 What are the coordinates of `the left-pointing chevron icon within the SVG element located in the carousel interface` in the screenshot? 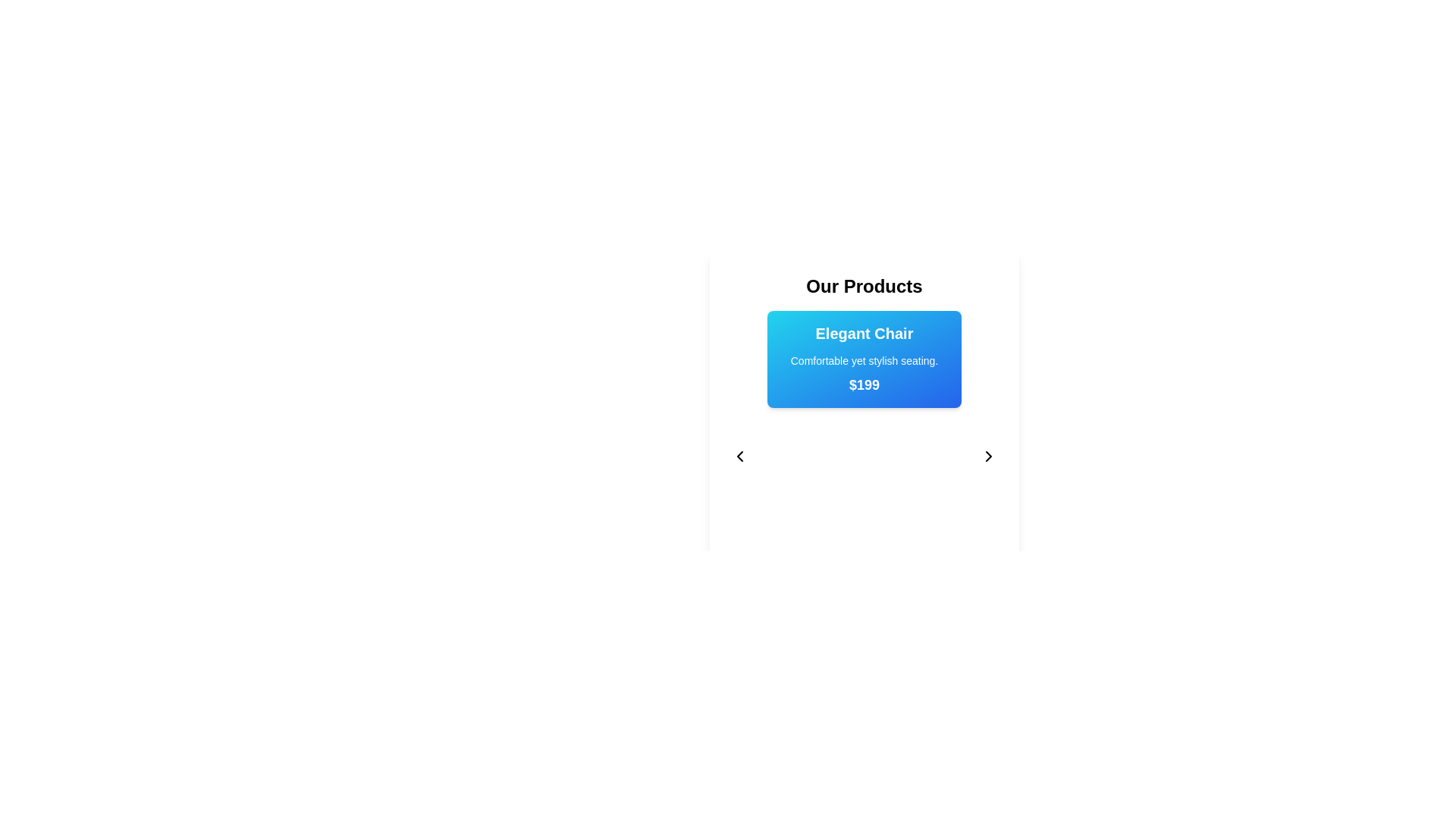 It's located at (739, 455).